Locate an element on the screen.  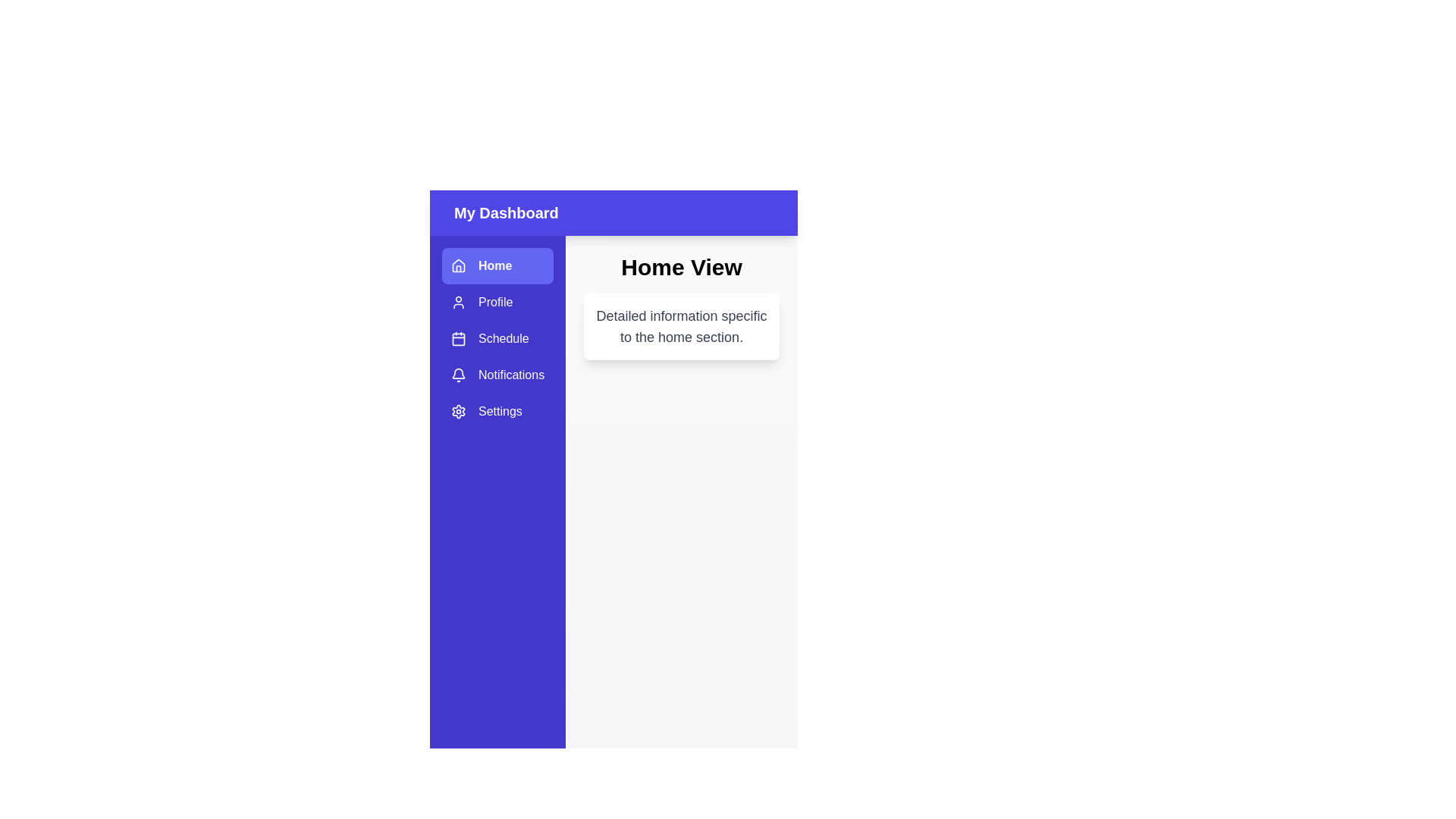
the sidebar item labeled Home to reveal its tooltip or highlight is located at coordinates (497, 265).